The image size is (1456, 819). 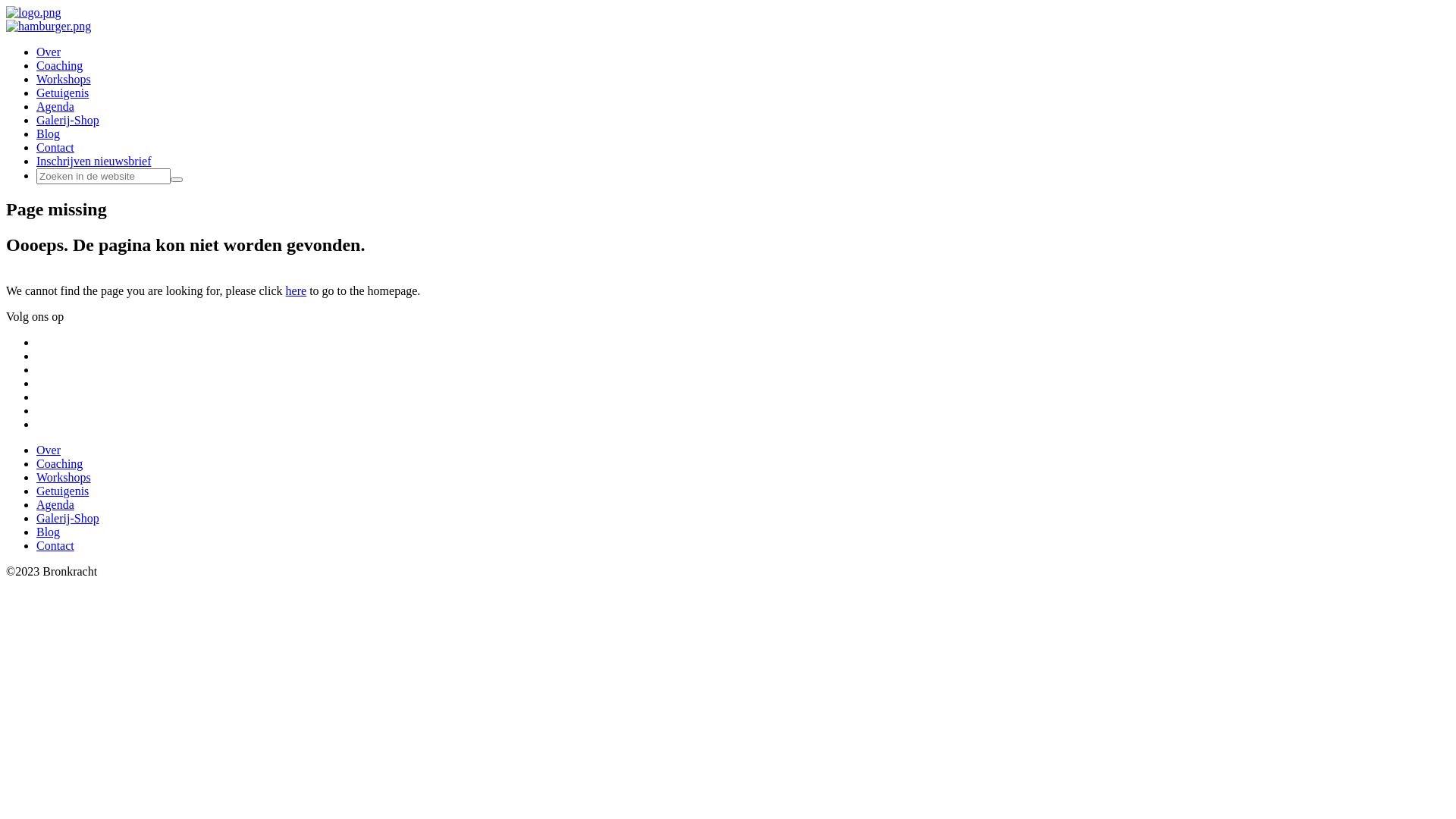 What do you see at coordinates (55, 544) in the screenshot?
I see `'Contact'` at bounding box center [55, 544].